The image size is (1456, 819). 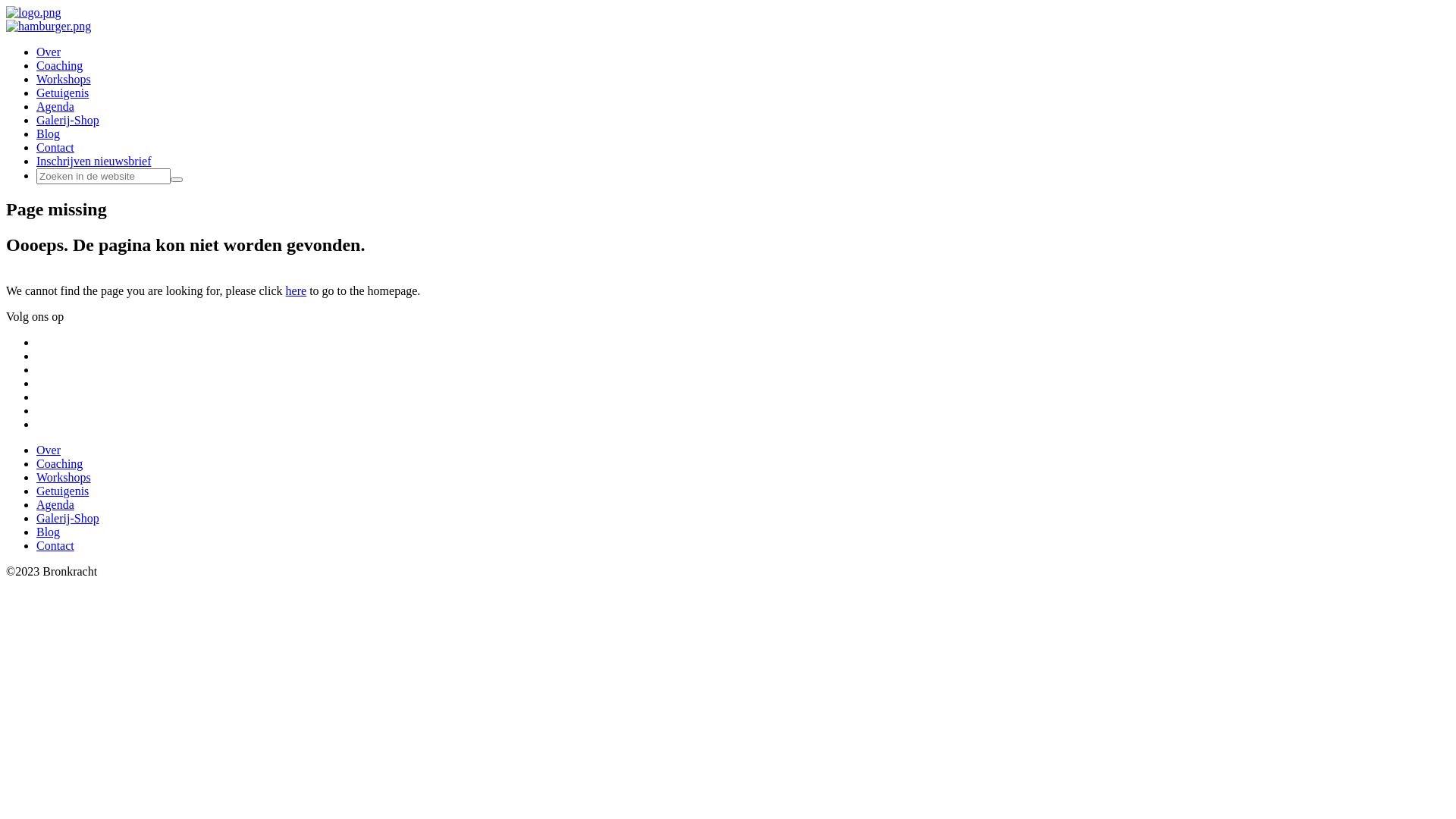 What do you see at coordinates (55, 544) in the screenshot?
I see `'Contact'` at bounding box center [55, 544].